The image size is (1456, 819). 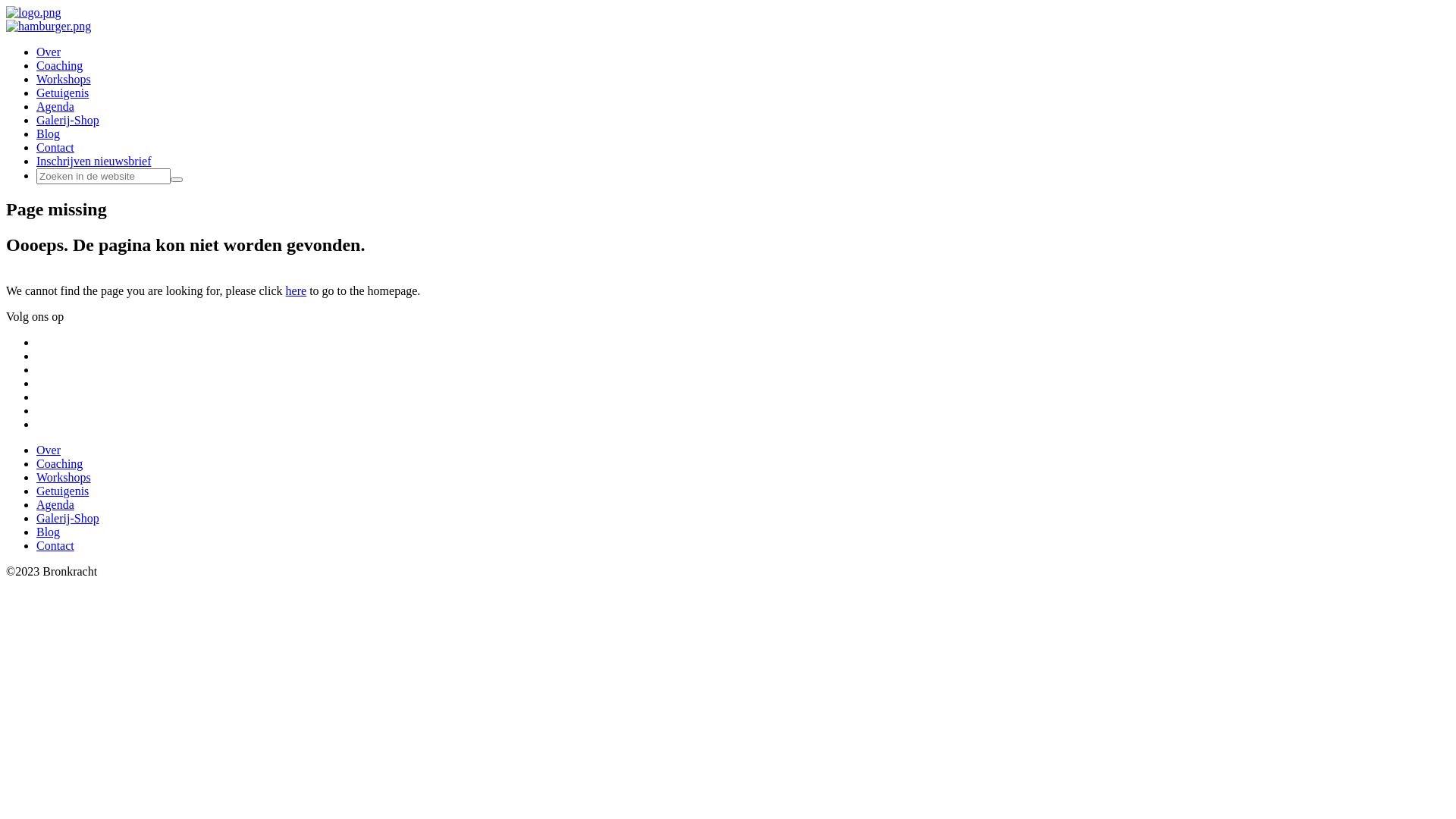 What do you see at coordinates (55, 544) in the screenshot?
I see `'Contact'` at bounding box center [55, 544].